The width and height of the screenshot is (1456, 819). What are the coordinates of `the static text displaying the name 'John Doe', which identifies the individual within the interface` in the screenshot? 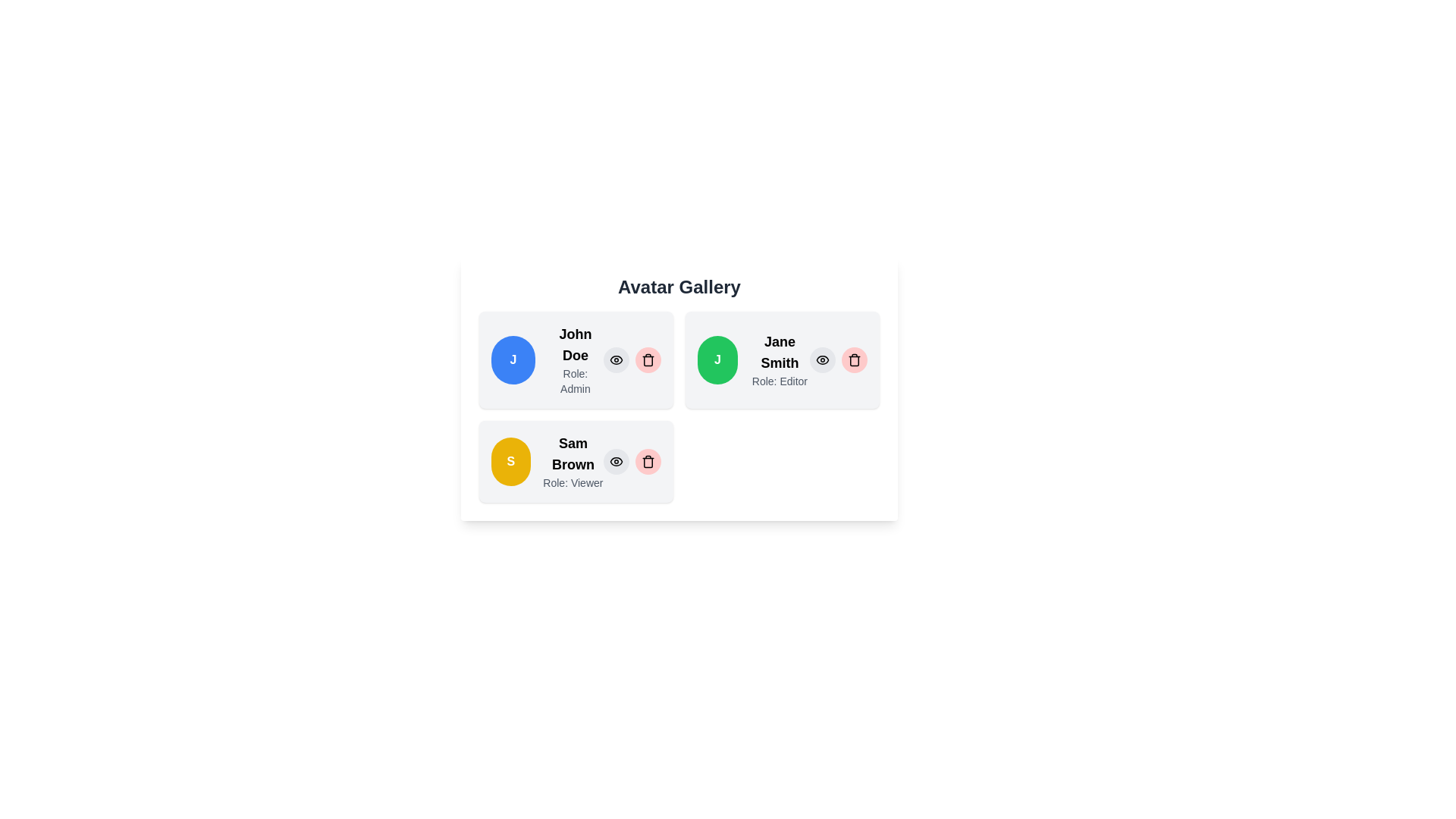 It's located at (574, 345).